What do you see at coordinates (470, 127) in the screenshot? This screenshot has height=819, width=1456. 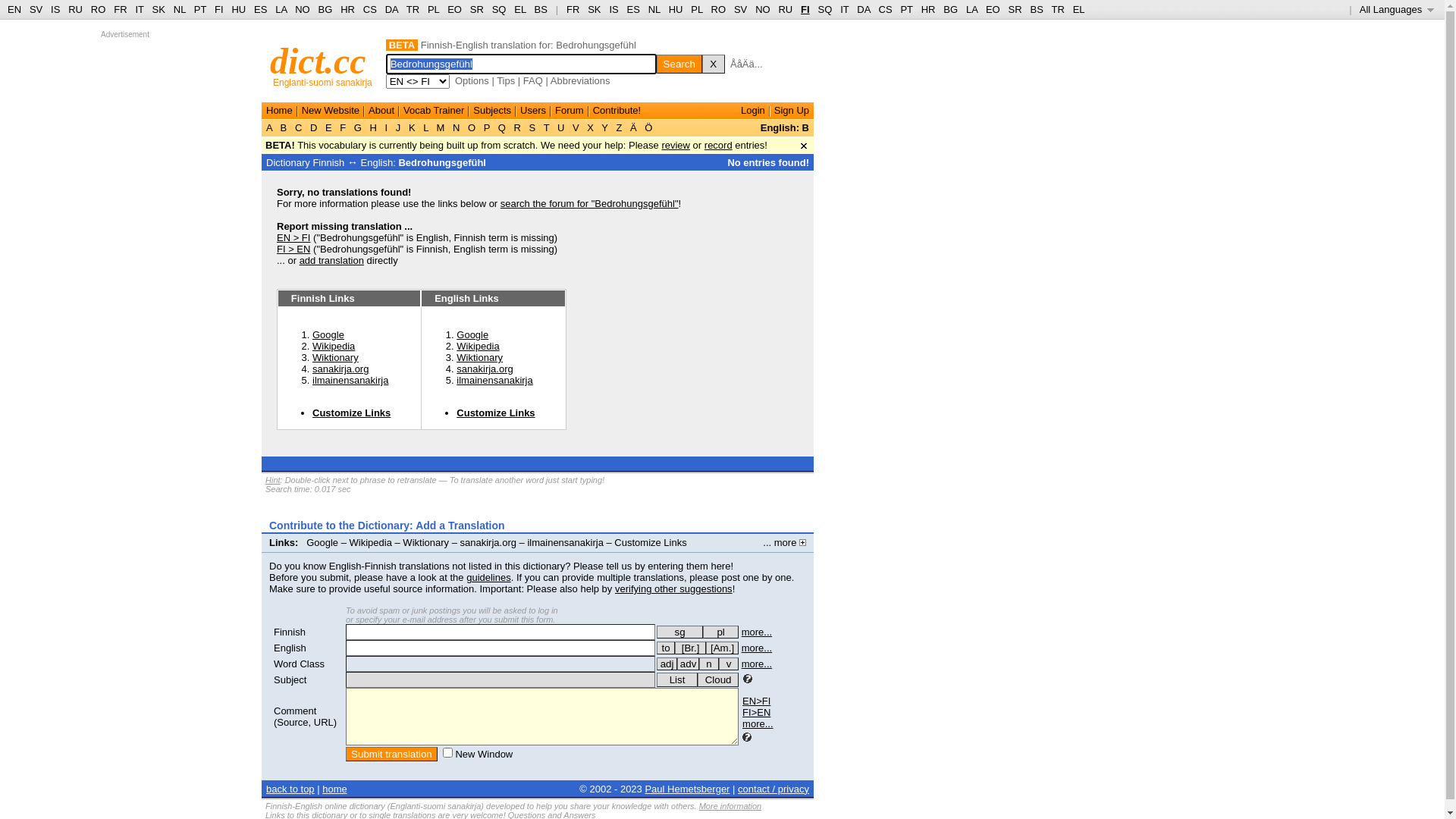 I see `'O'` at bounding box center [470, 127].